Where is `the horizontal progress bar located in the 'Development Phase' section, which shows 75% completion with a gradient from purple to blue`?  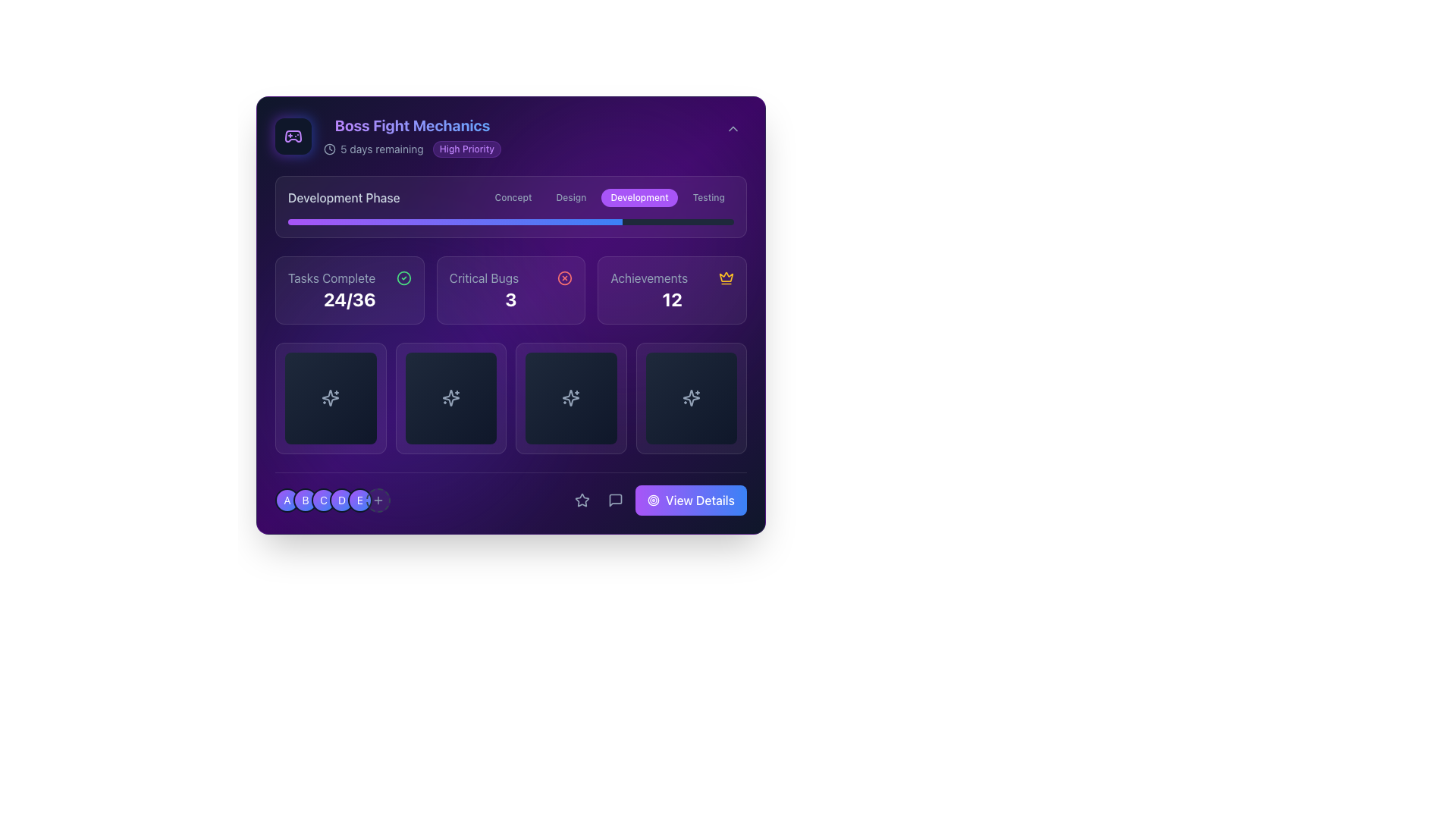
the horizontal progress bar located in the 'Development Phase' section, which shows 75% completion with a gradient from purple to blue is located at coordinates (510, 222).